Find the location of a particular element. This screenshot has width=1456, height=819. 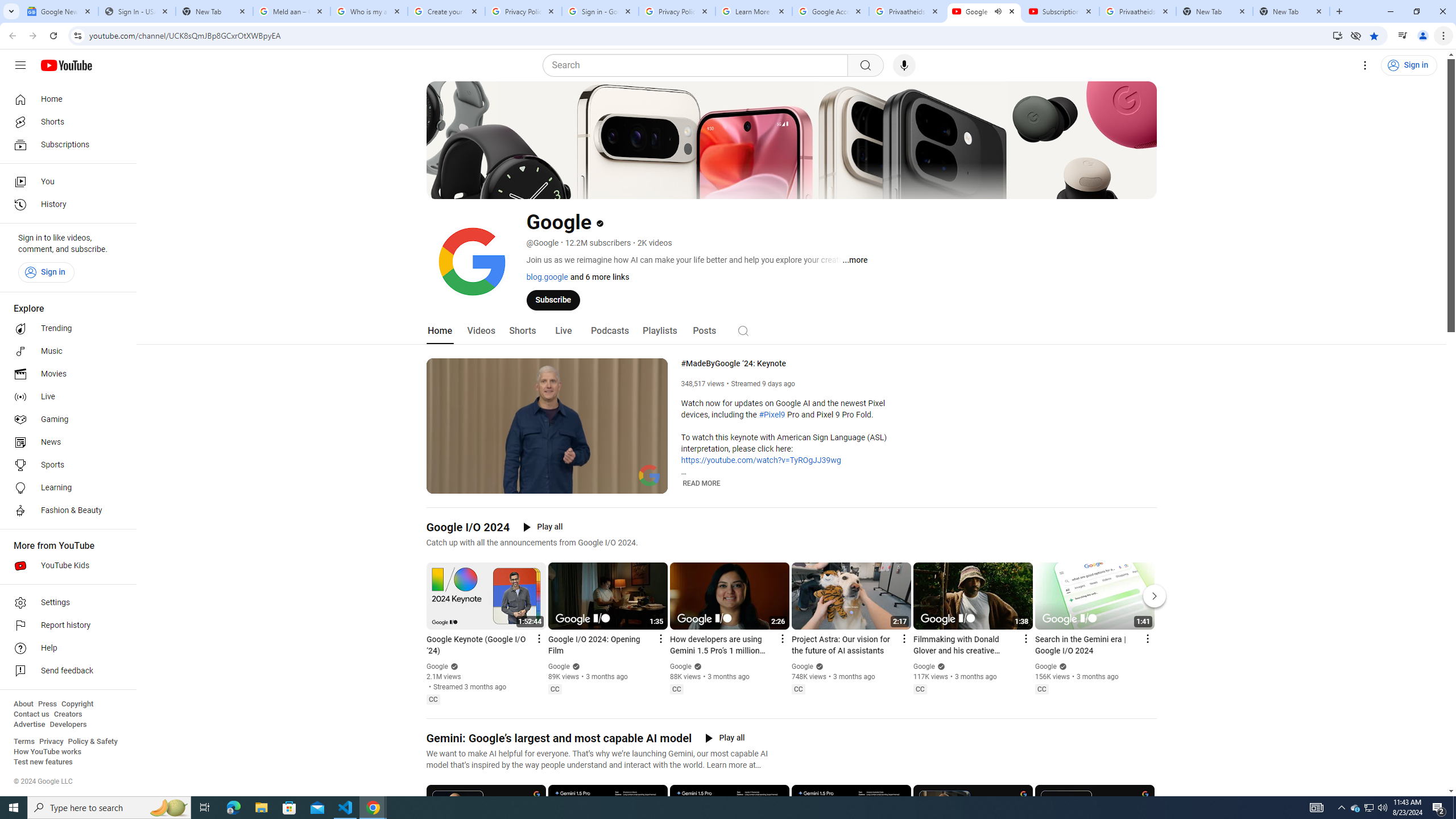

'Create your Google Account' is located at coordinates (446, 11).